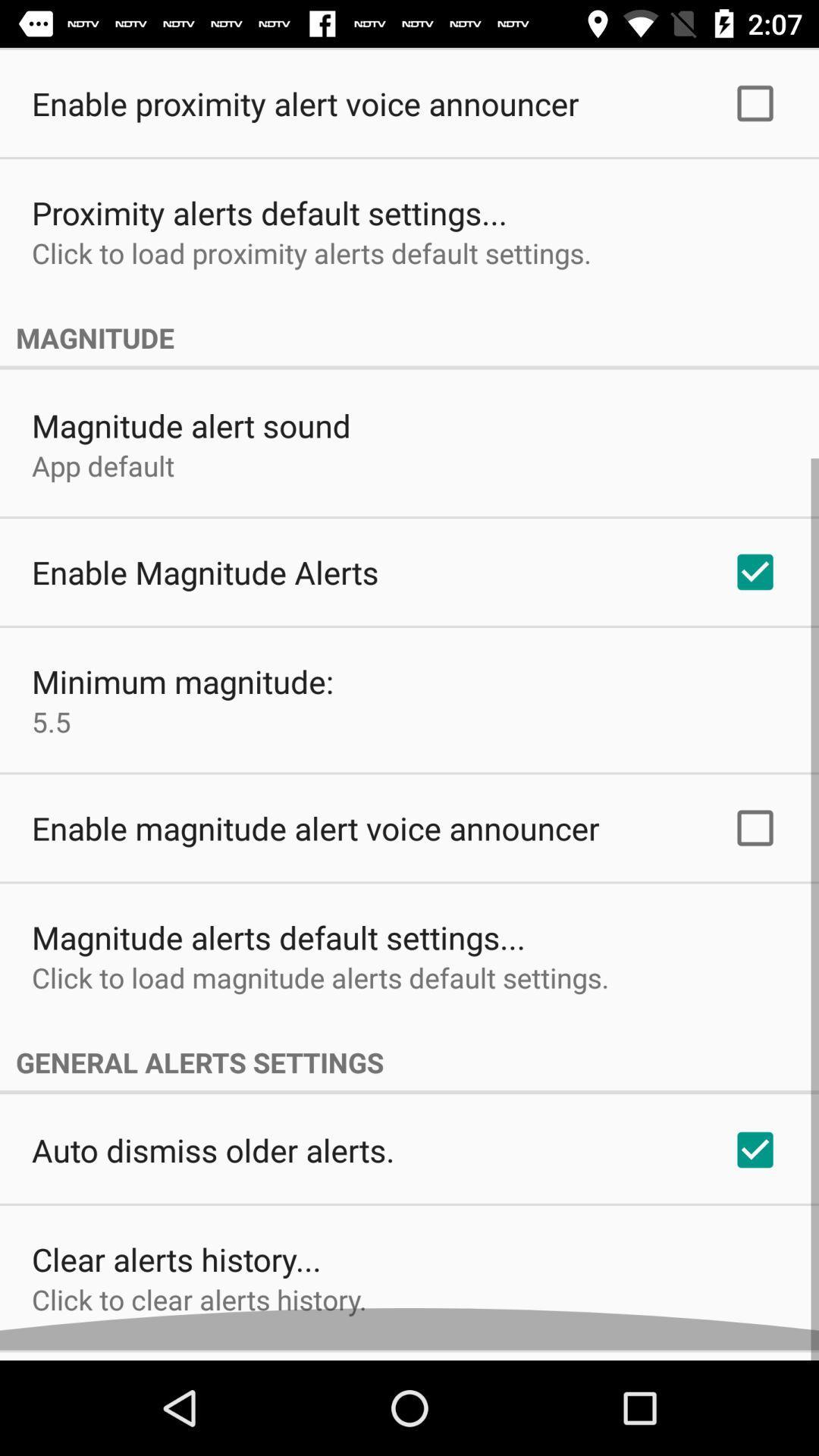 The image size is (819, 1456). What do you see at coordinates (213, 1159) in the screenshot?
I see `the auto dismiss older item` at bounding box center [213, 1159].